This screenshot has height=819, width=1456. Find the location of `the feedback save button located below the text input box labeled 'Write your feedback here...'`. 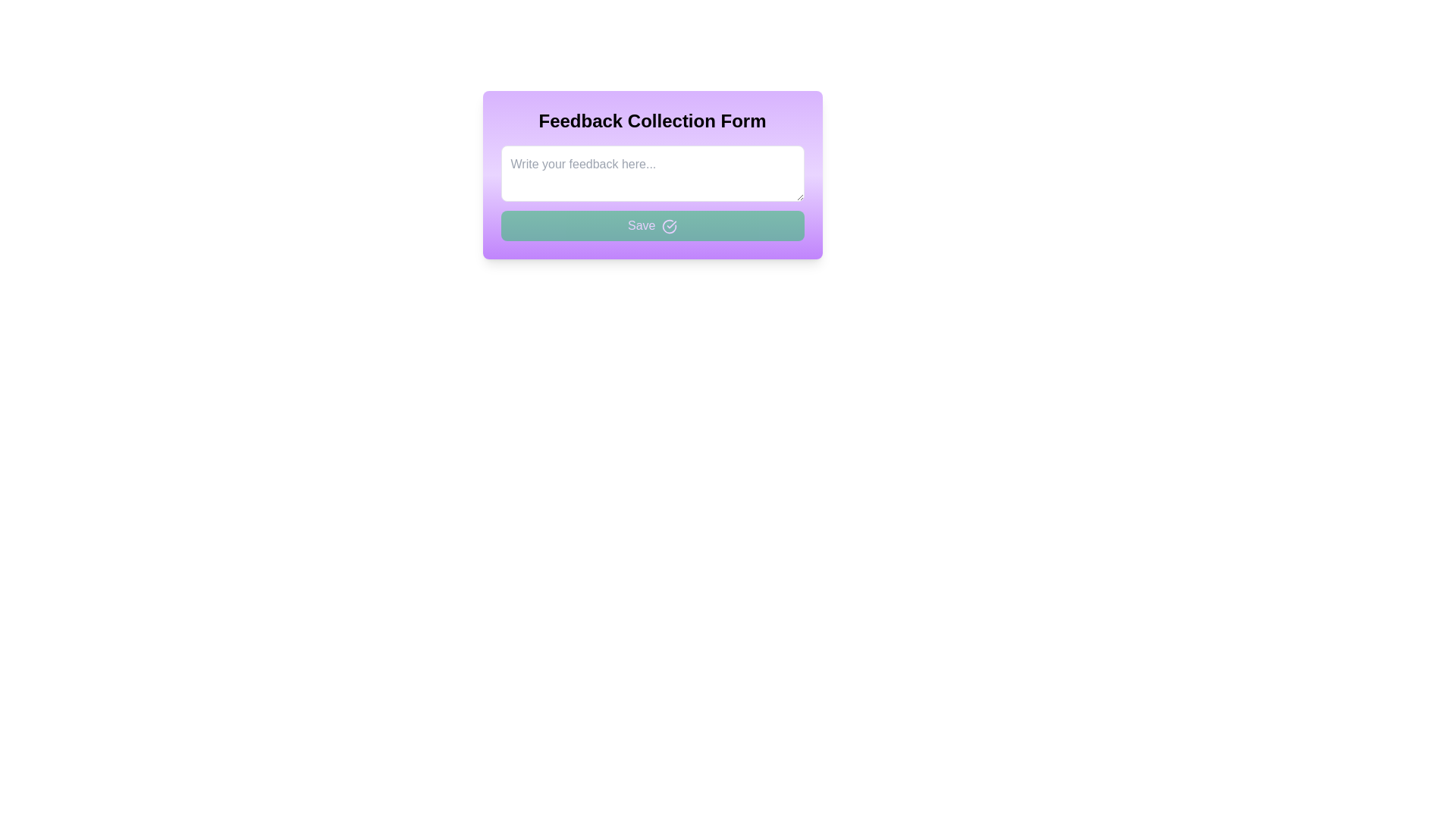

the feedback save button located below the text input box labeled 'Write your feedback here...' is located at coordinates (652, 225).